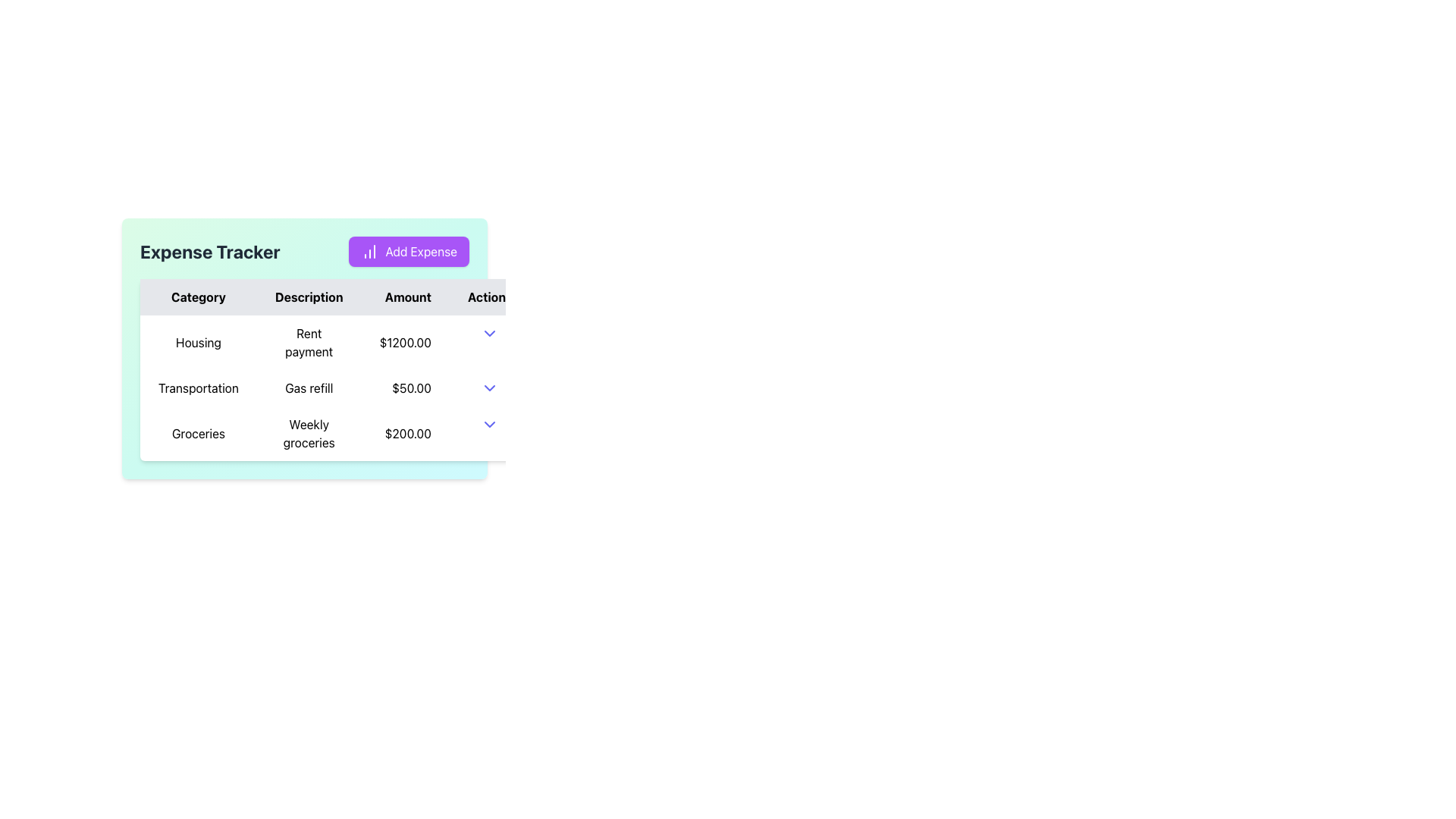 The height and width of the screenshot is (819, 1456). Describe the element at coordinates (334, 433) in the screenshot. I see `the third row of the expense items table, which includes the category 'Groceries', description 'Weekly groceries', and amount '$200.00'` at that location.